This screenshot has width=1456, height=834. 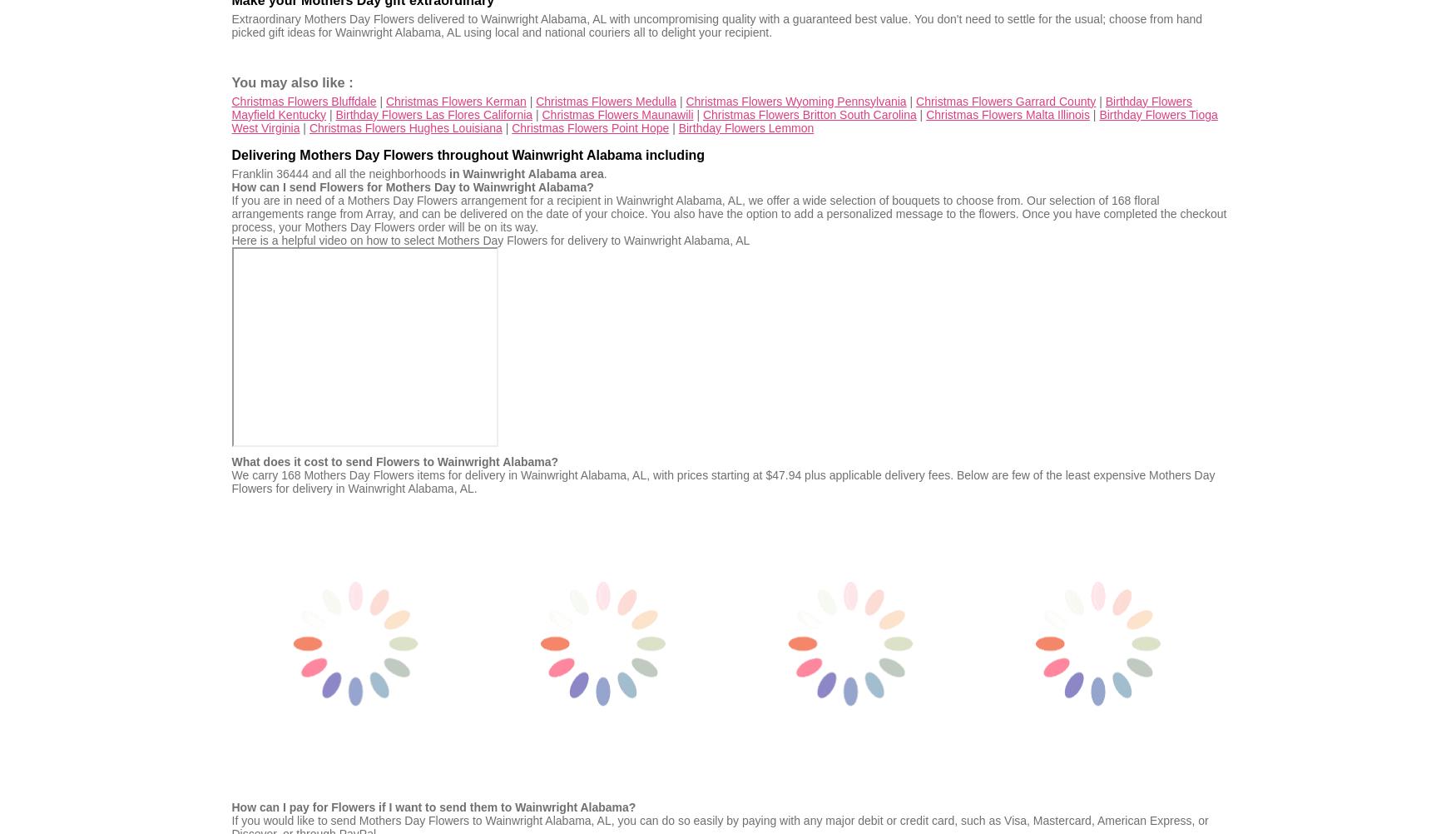 What do you see at coordinates (1008, 112) in the screenshot?
I see `'Christmas Flowers Malta Illinois'` at bounding box center [1008, 112].